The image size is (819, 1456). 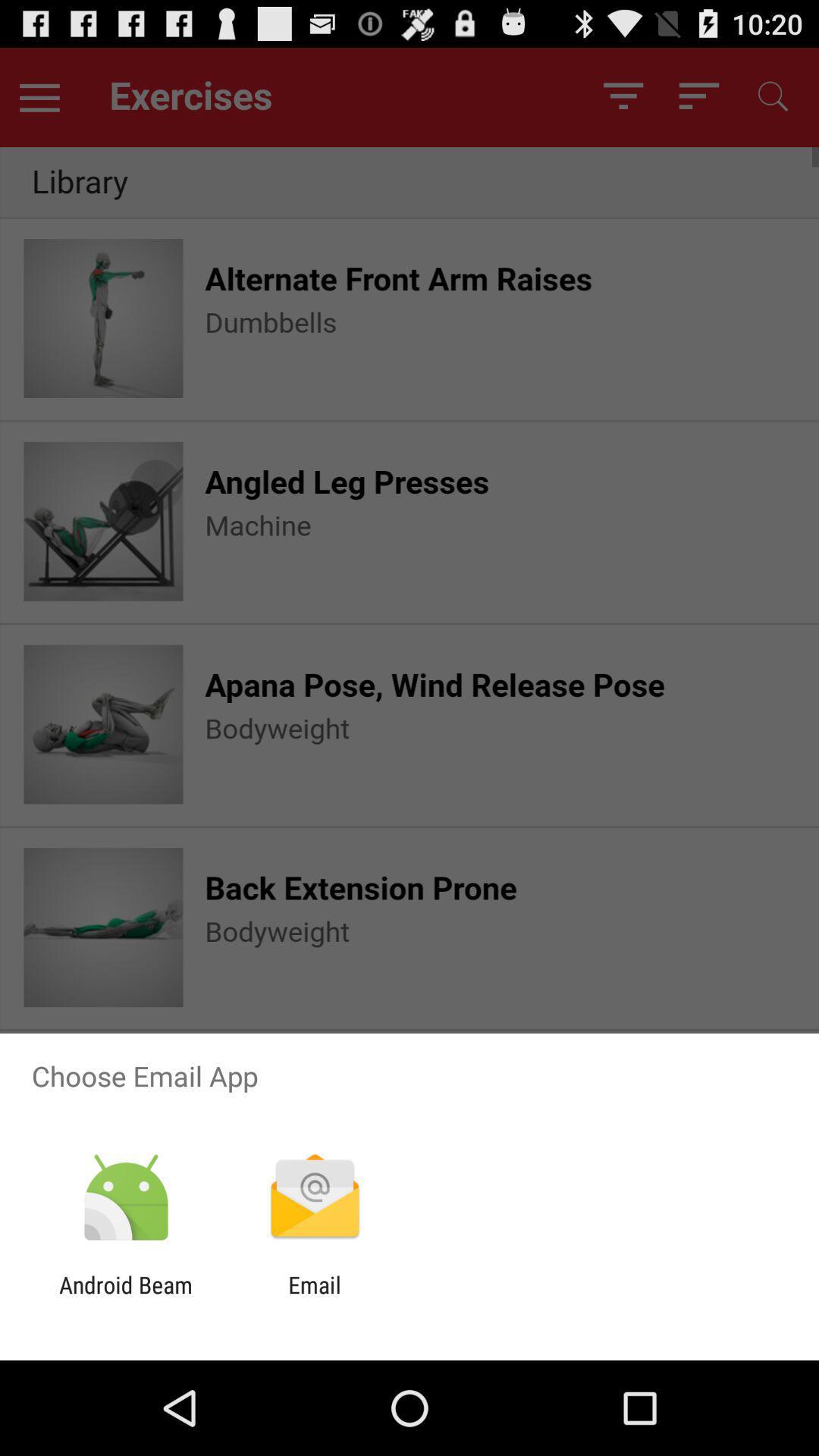 What do you see at coordinates (125, 1298) in the screenshot?
I see `android beam icon` at bounding box center [125, 1298].